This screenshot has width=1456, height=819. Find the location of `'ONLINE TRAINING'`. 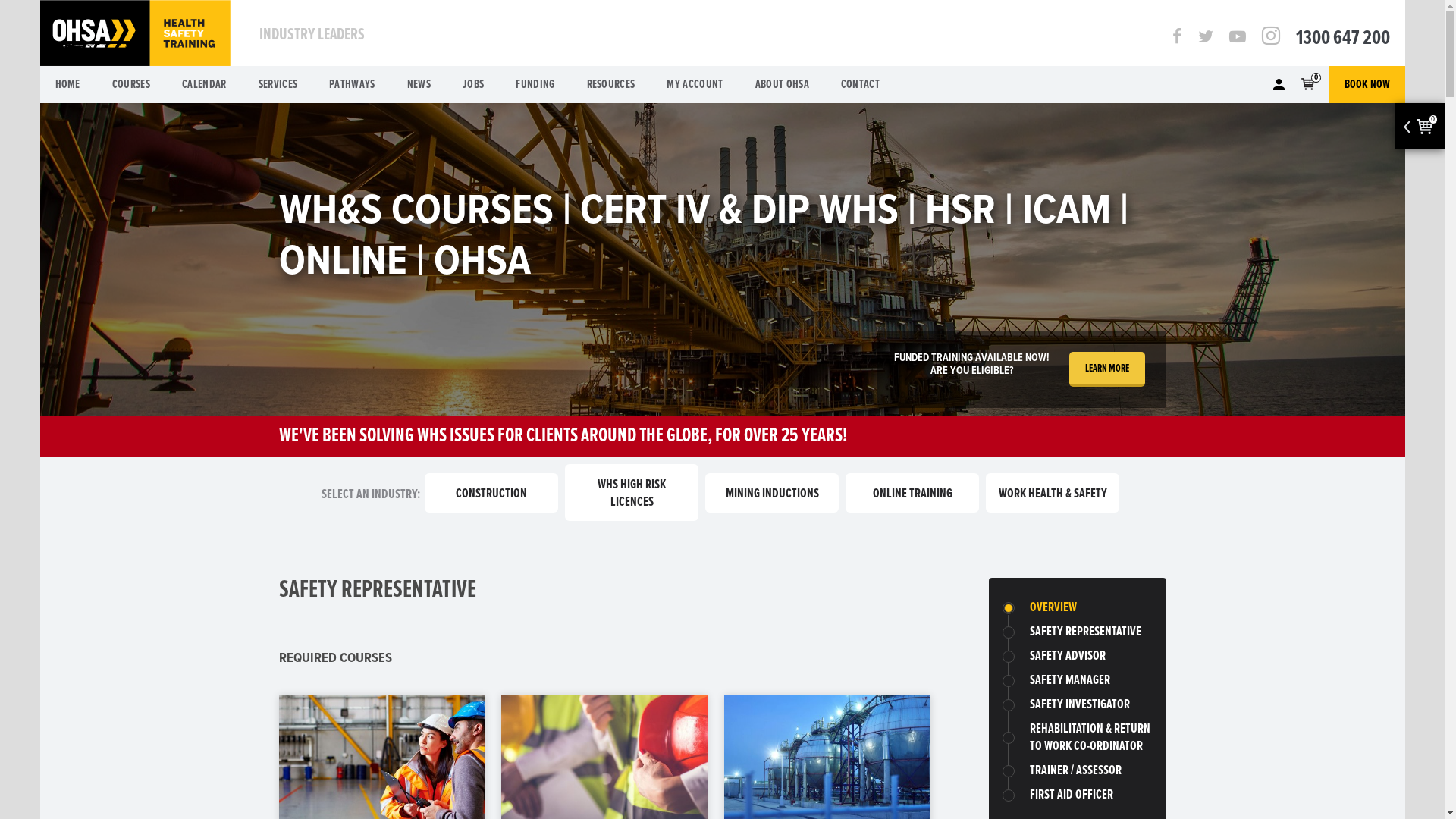

'ONLINE TRAINING' is located at coordinates (912, 493).